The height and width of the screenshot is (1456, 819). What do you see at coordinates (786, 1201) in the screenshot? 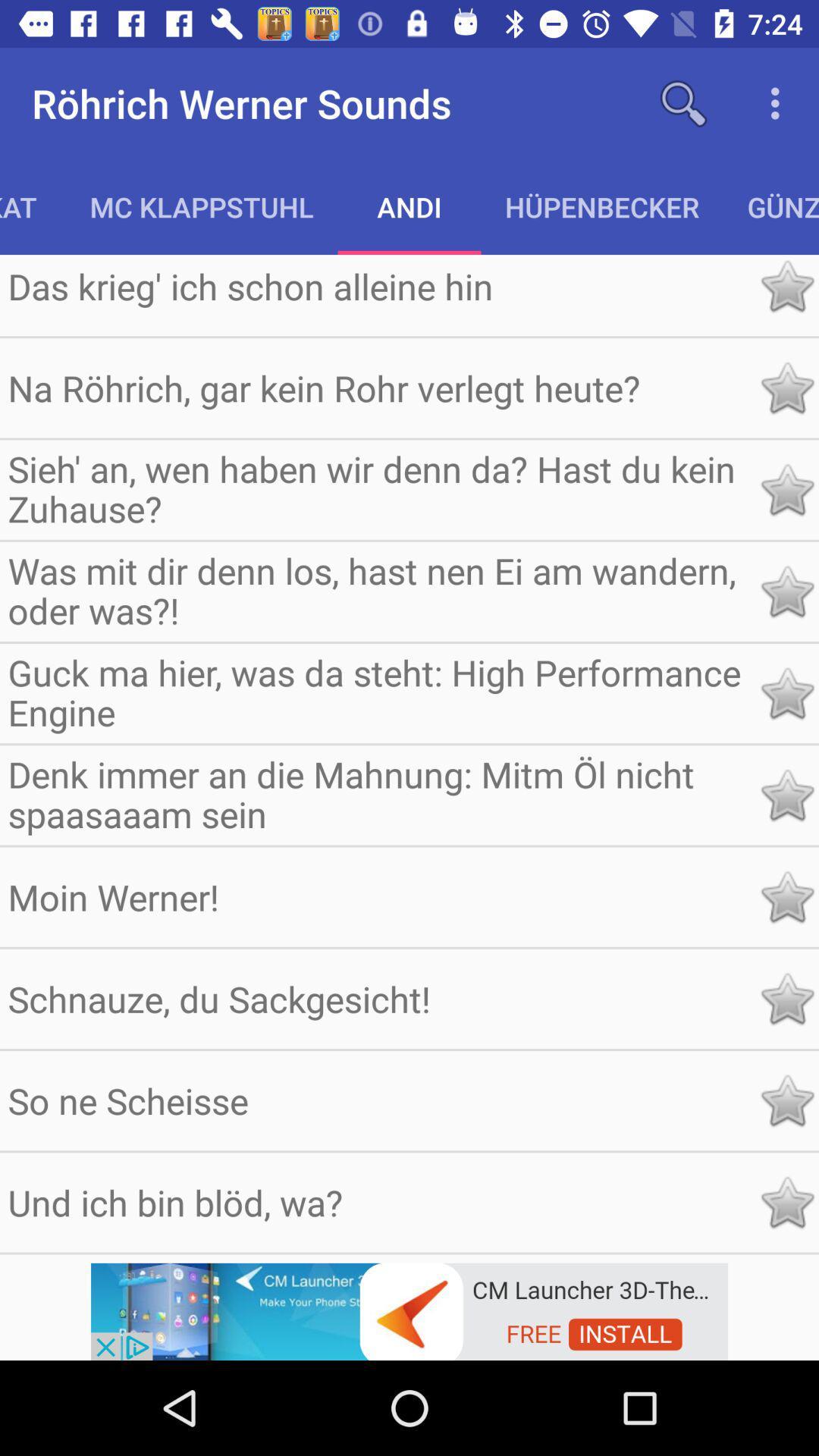
I see `the favorites` at bounding box center [786, 1201].